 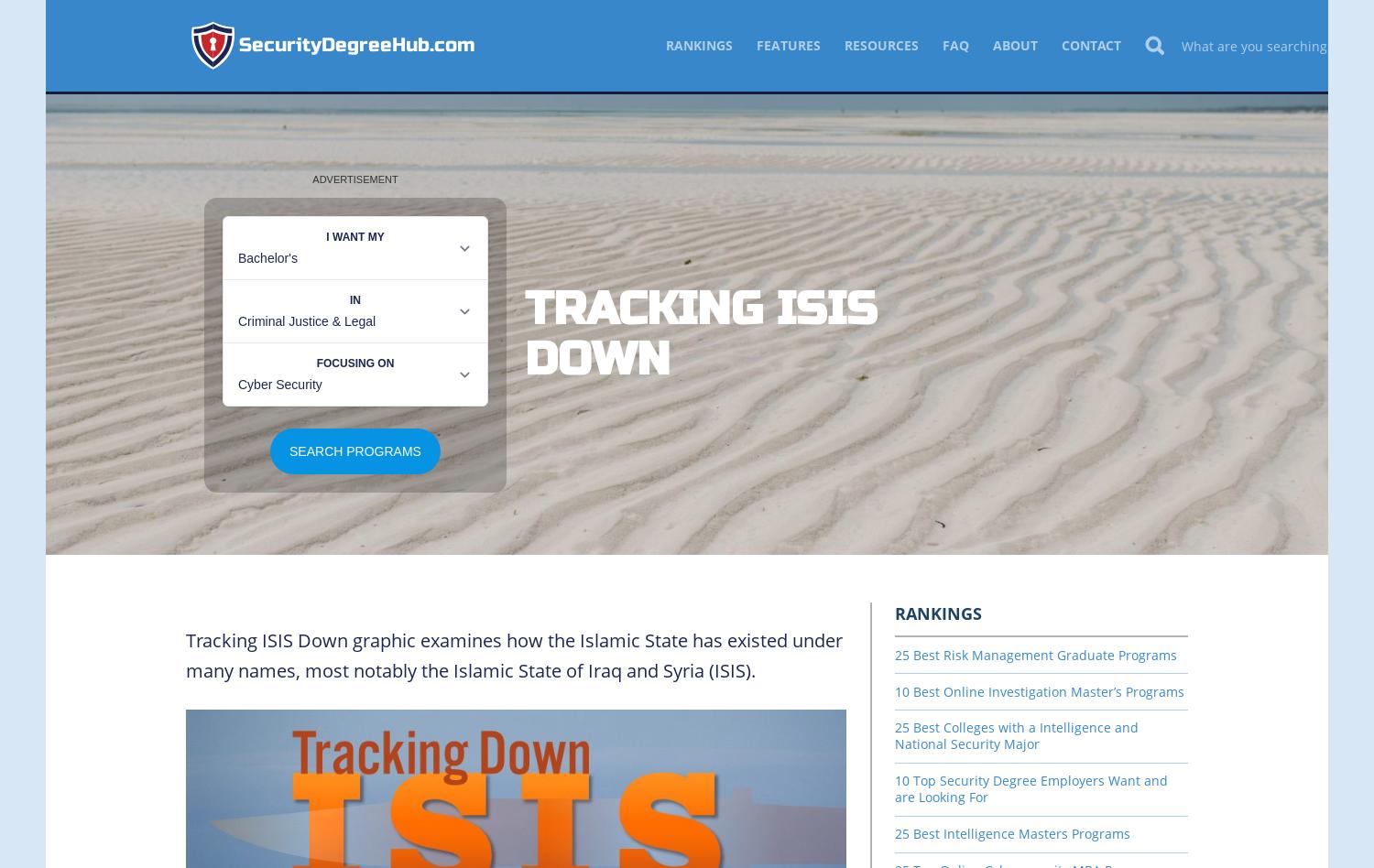 I want to click on 'About', so click(x=1014, y=45).